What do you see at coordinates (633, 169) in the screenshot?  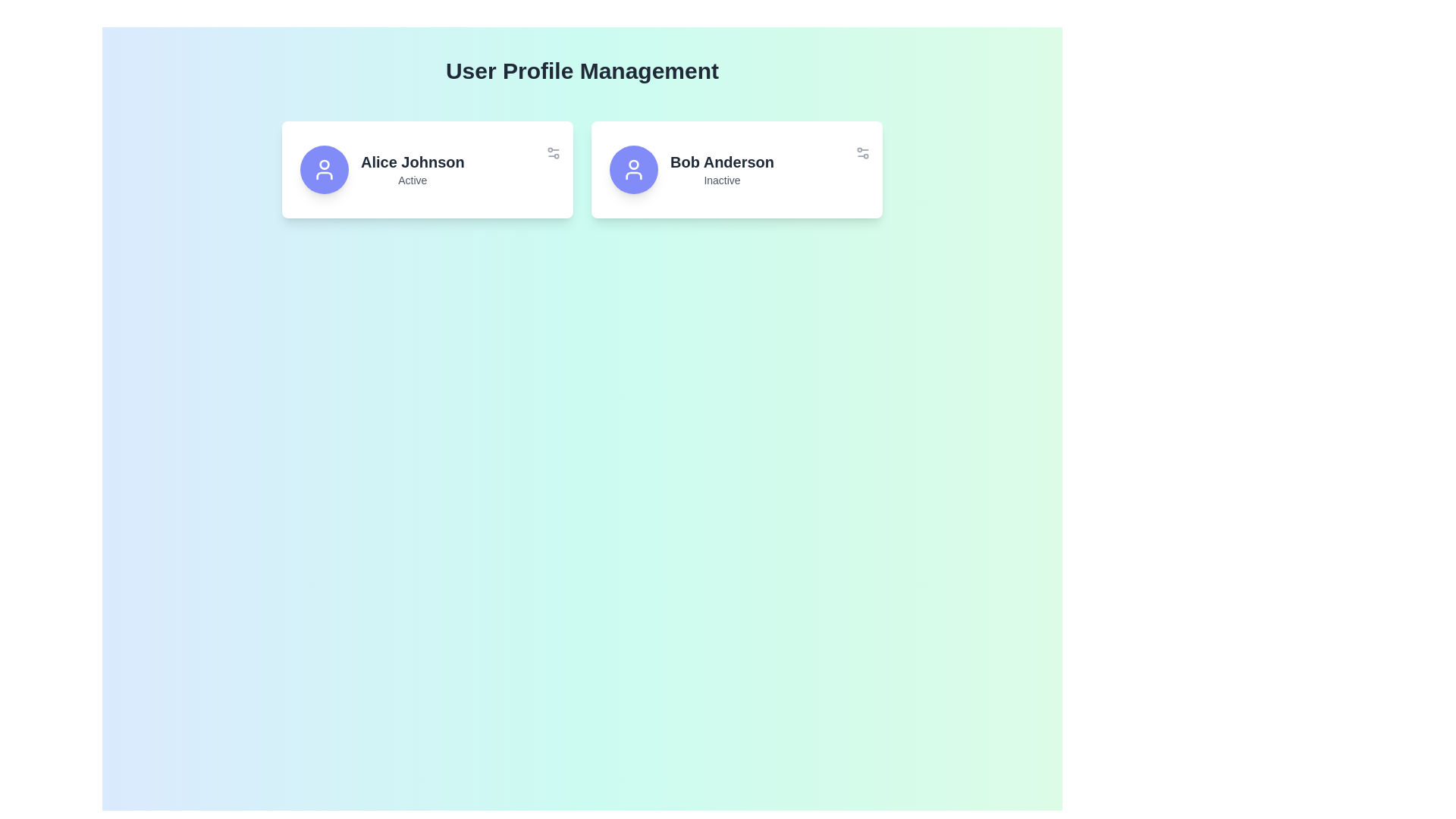 I see `the circular icon with a lavender background and white user silhouette, located within the card displaying 'Bob Anderson' and 'Inactive'` at bounding box center [633, 169].